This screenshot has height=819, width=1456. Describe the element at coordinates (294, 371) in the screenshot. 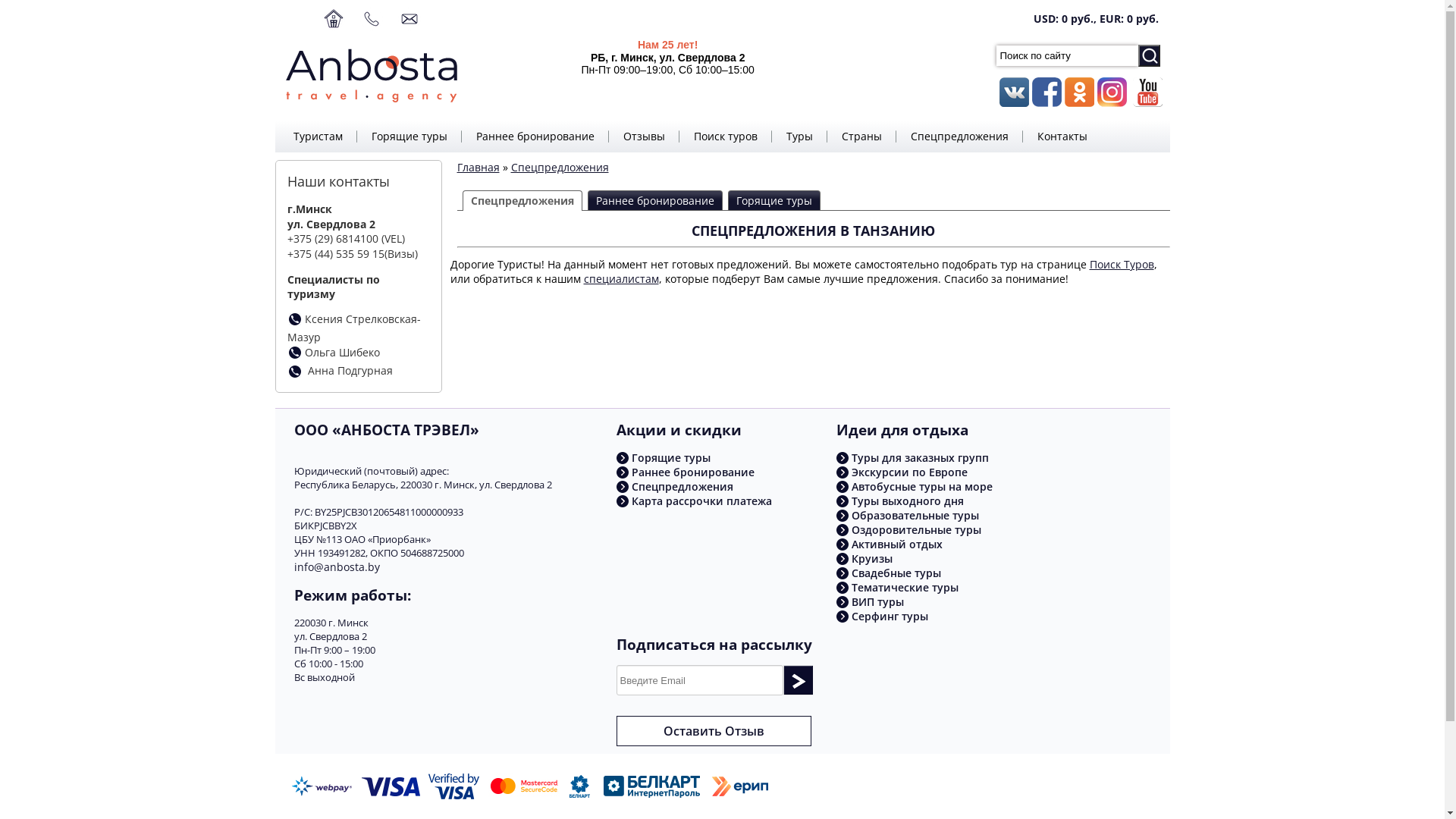

I see `' Tel '` at that location.